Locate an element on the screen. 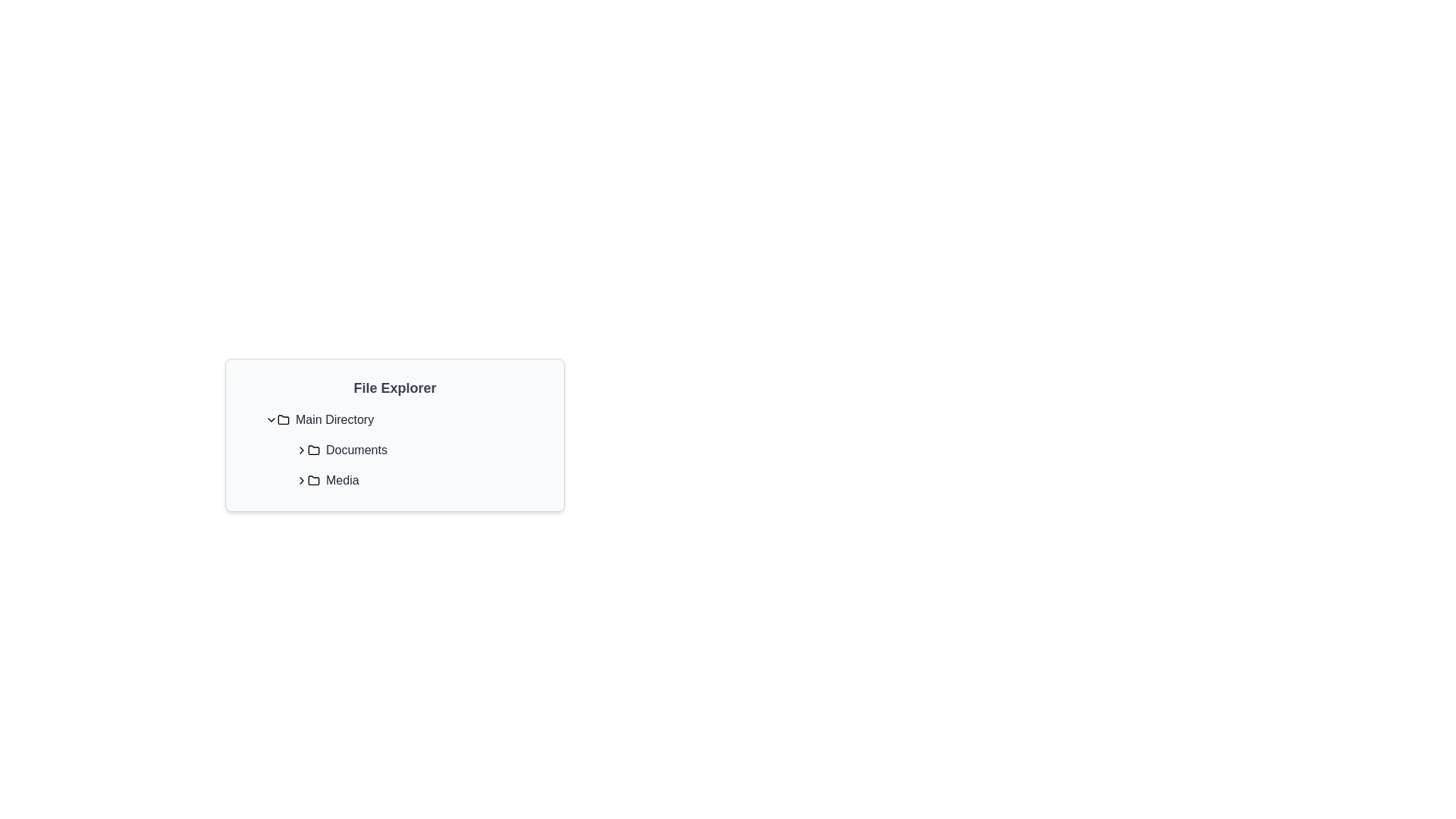  the 'Documents' folder item in the directory navigation interface is located at coordinates (416, 450).